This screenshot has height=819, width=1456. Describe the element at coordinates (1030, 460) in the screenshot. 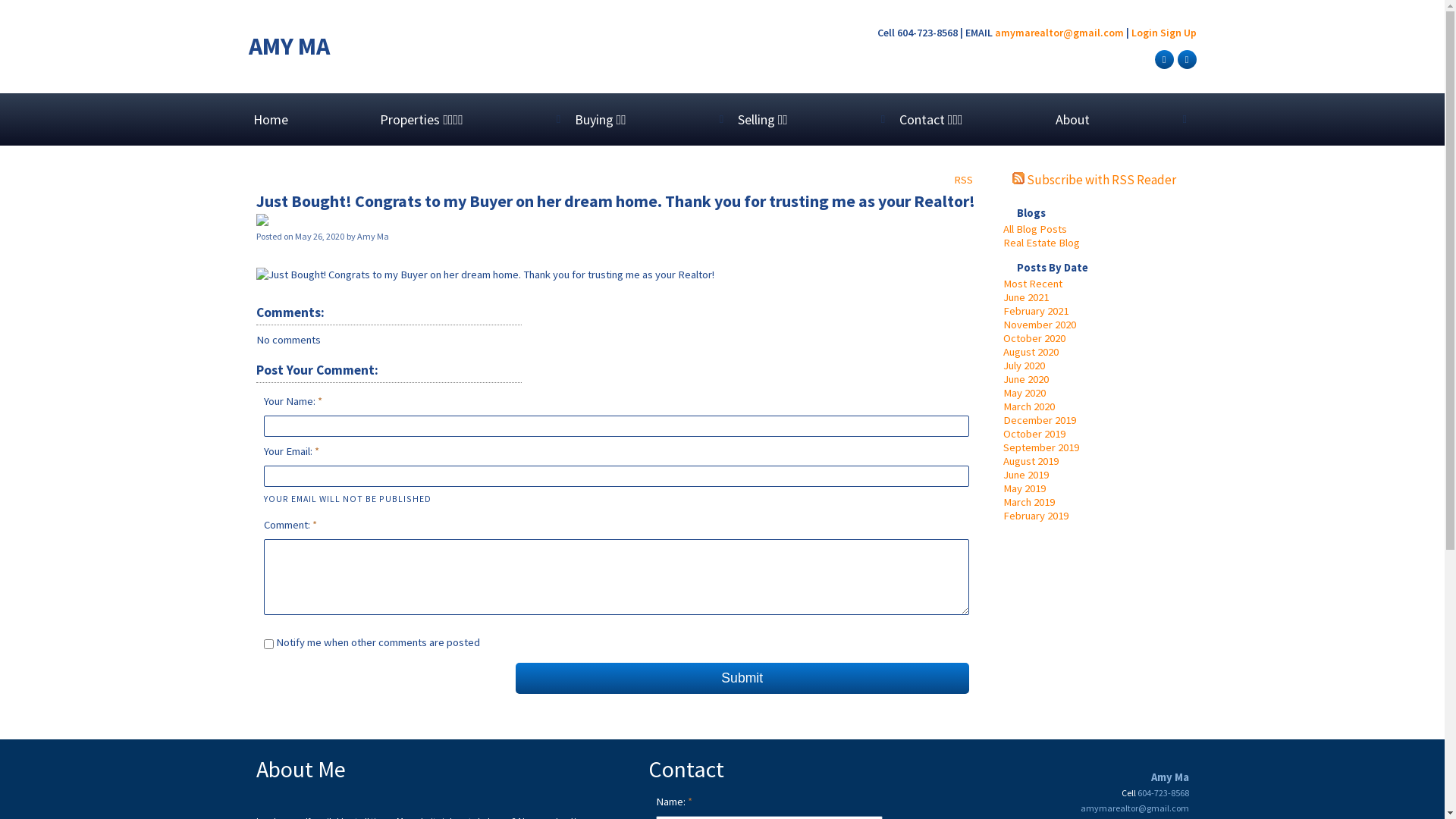

I see `'August 2019'` at that location.